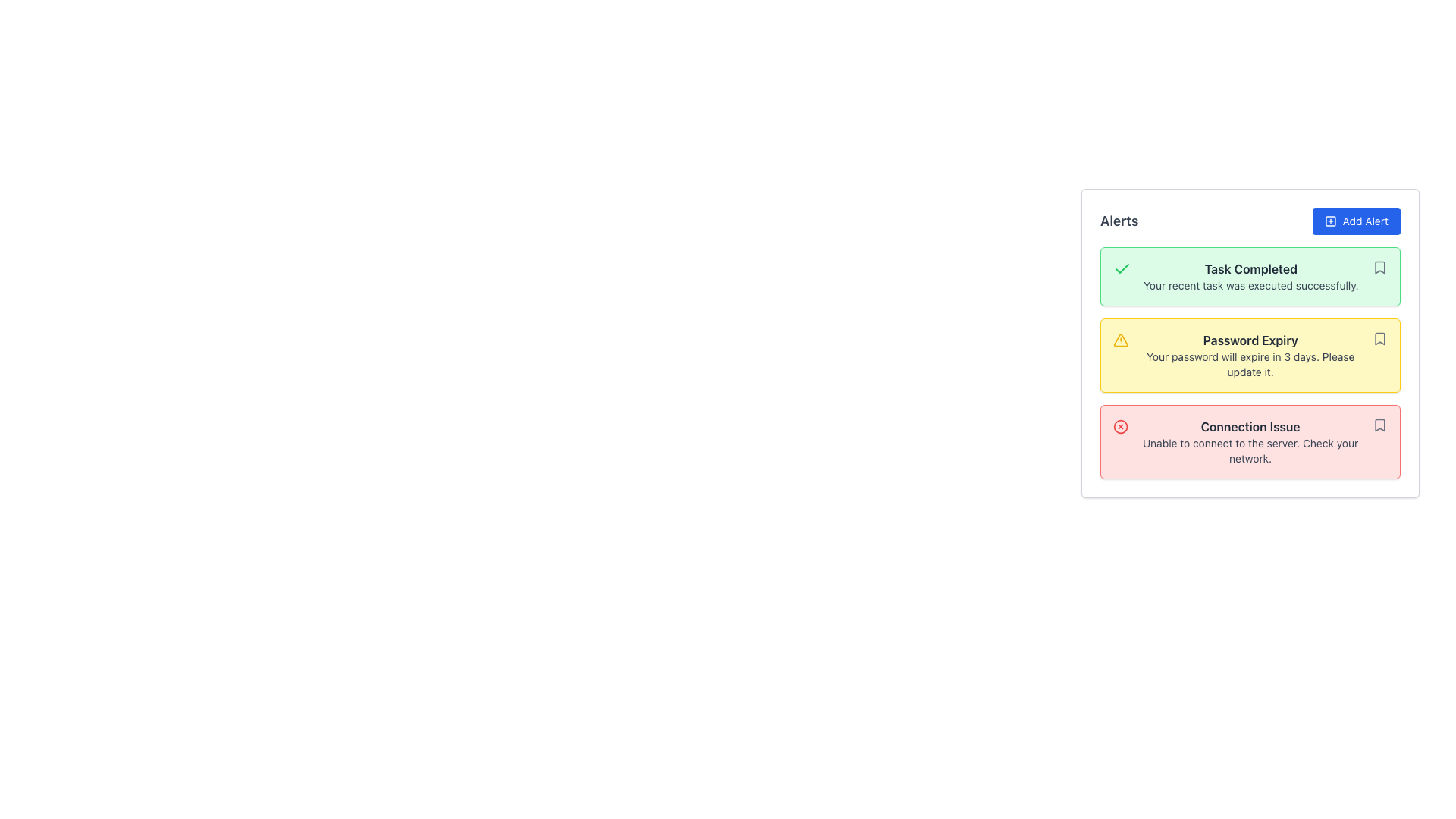 The height and width of the screenshot is (819, 1456). I want to click on information from the notification alert regarding the connection issue located at the bottom of the alert list in the 'Alerts' card, so click(1250, 441).